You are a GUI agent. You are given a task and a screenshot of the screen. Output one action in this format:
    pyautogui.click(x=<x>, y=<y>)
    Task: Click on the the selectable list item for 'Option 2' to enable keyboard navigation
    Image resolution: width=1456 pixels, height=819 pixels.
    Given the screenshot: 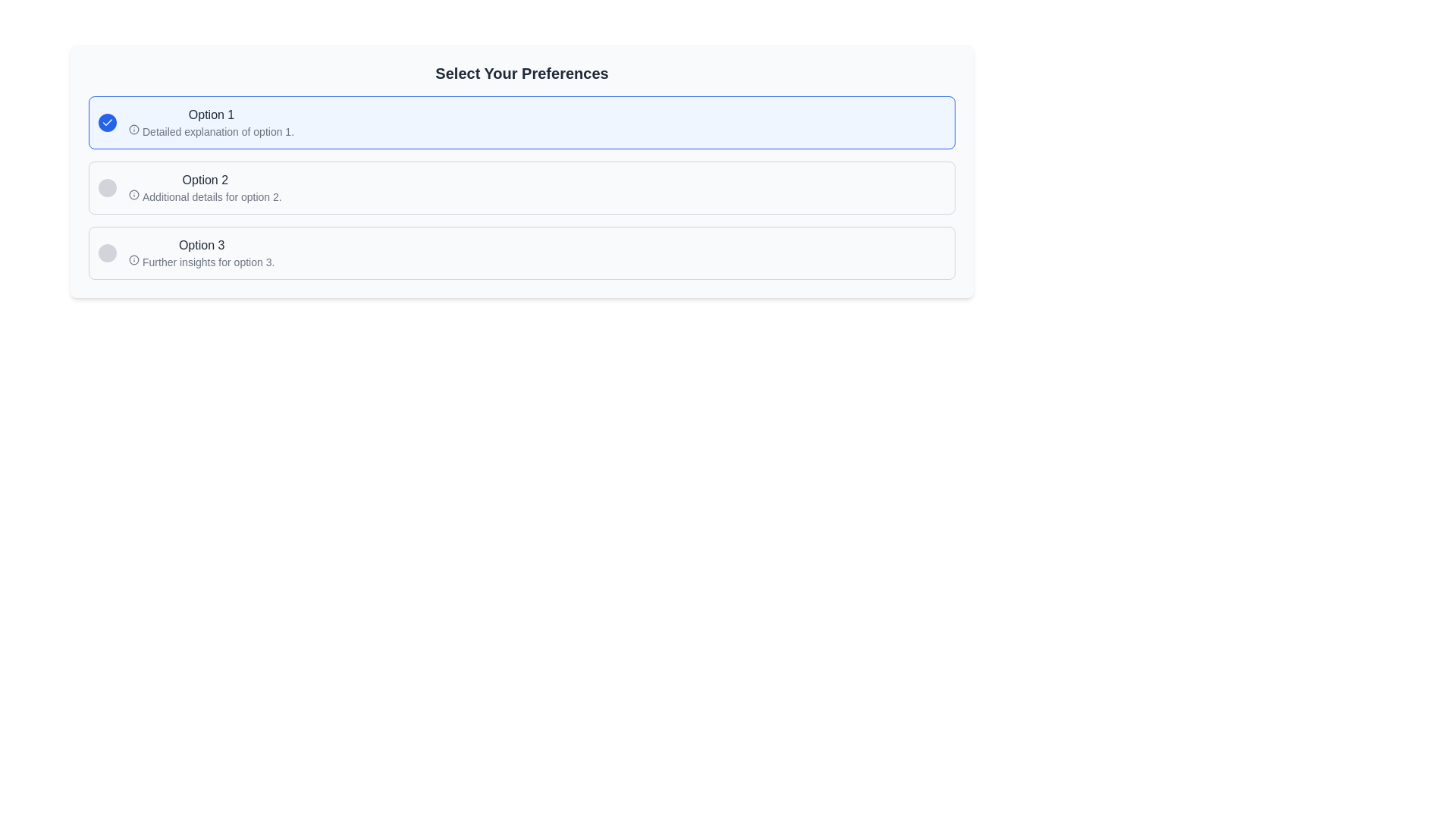 What is the action you would take?
    pyautogui.click(x=204, y=187)
    